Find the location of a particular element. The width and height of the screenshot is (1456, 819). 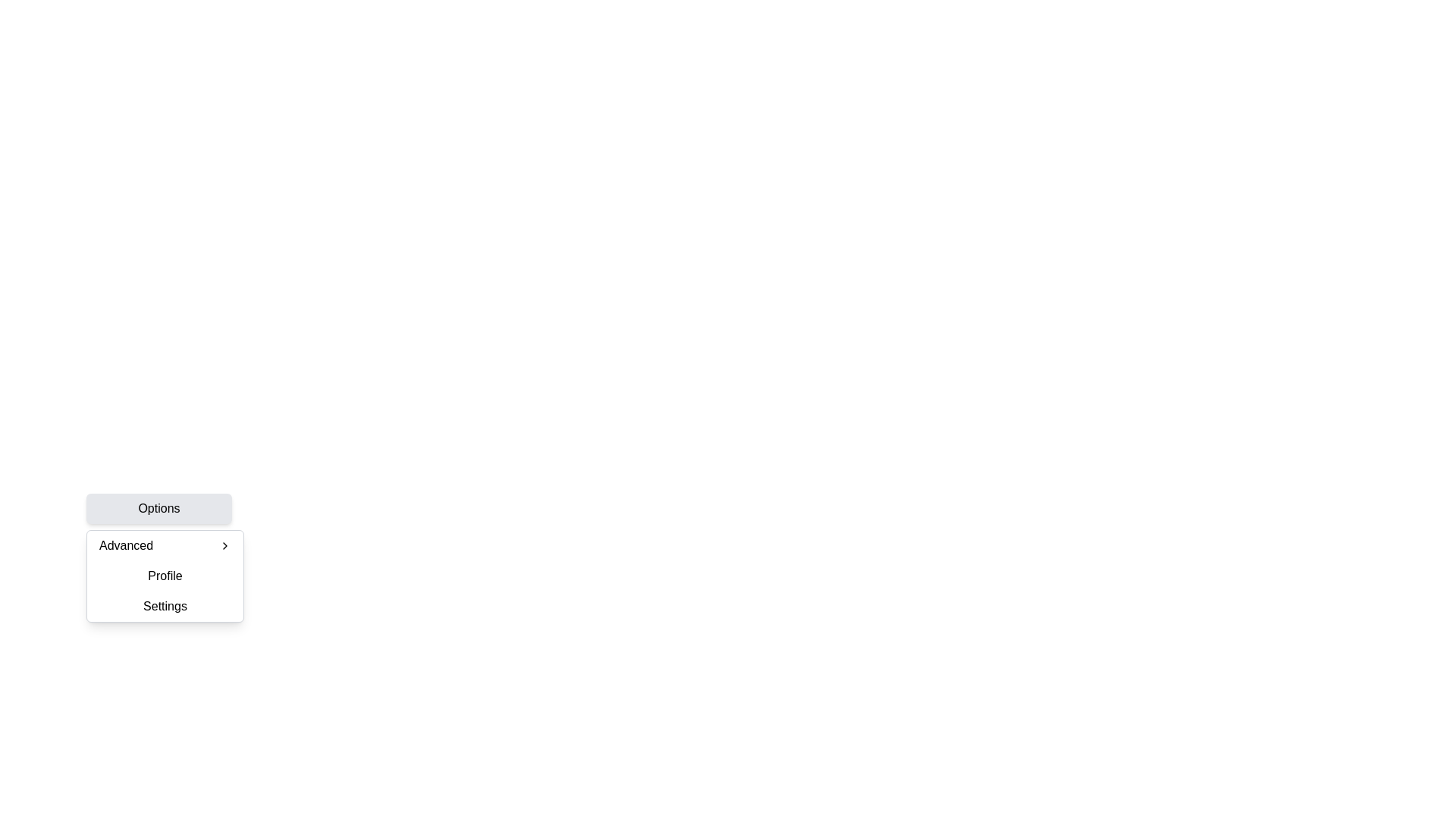

the 'Settings' button in the vertical menu is located at coordinates (165, 605).